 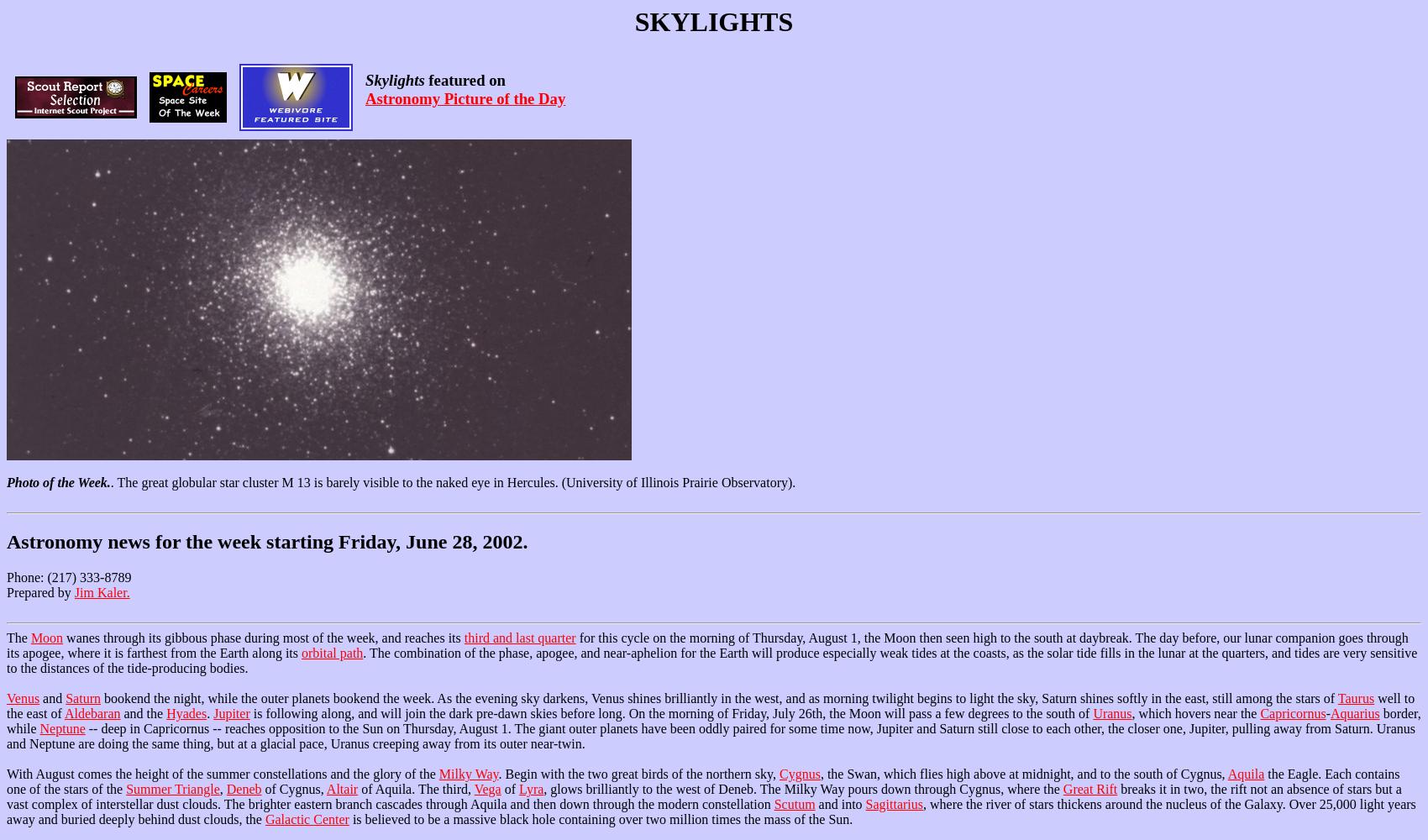 I want to click on 'Aldebaran', so click(x=91, y=712).